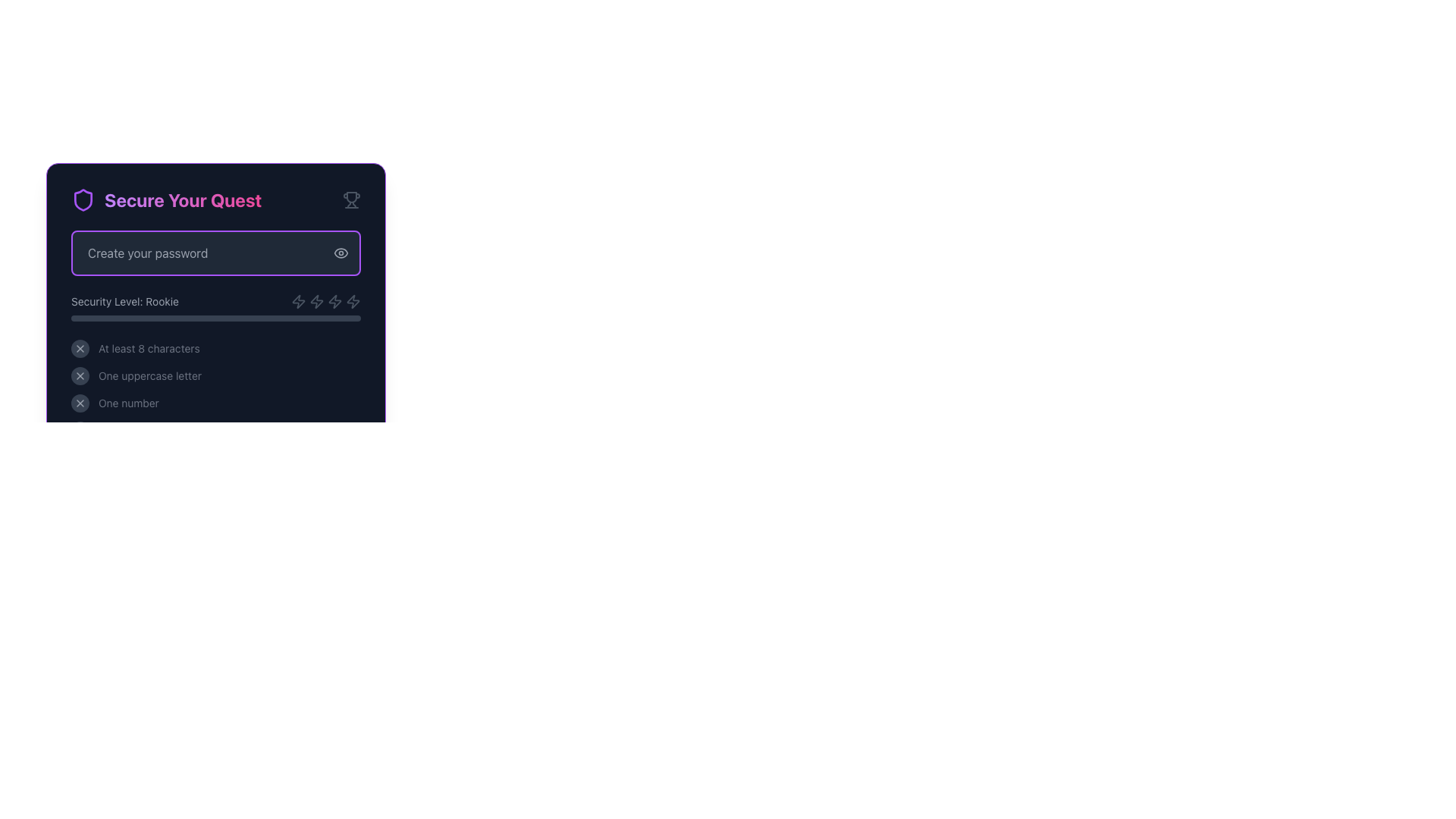  I want to click on the text label displaying 'Secure Your Quest' with a vibrant gradient font style transitioning from purple to pink, so click(182, 199).